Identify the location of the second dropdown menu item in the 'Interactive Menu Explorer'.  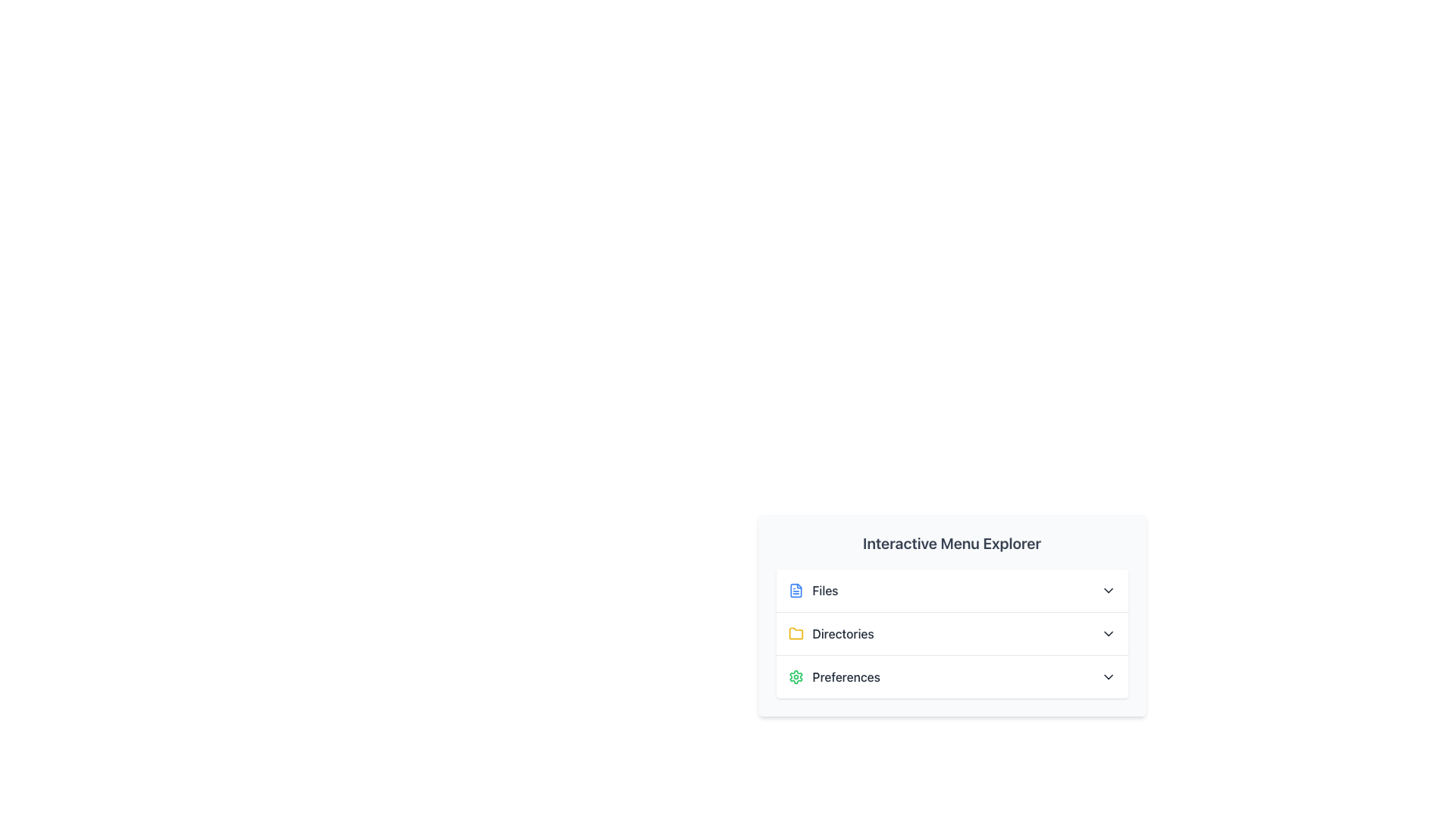
(951, 634).